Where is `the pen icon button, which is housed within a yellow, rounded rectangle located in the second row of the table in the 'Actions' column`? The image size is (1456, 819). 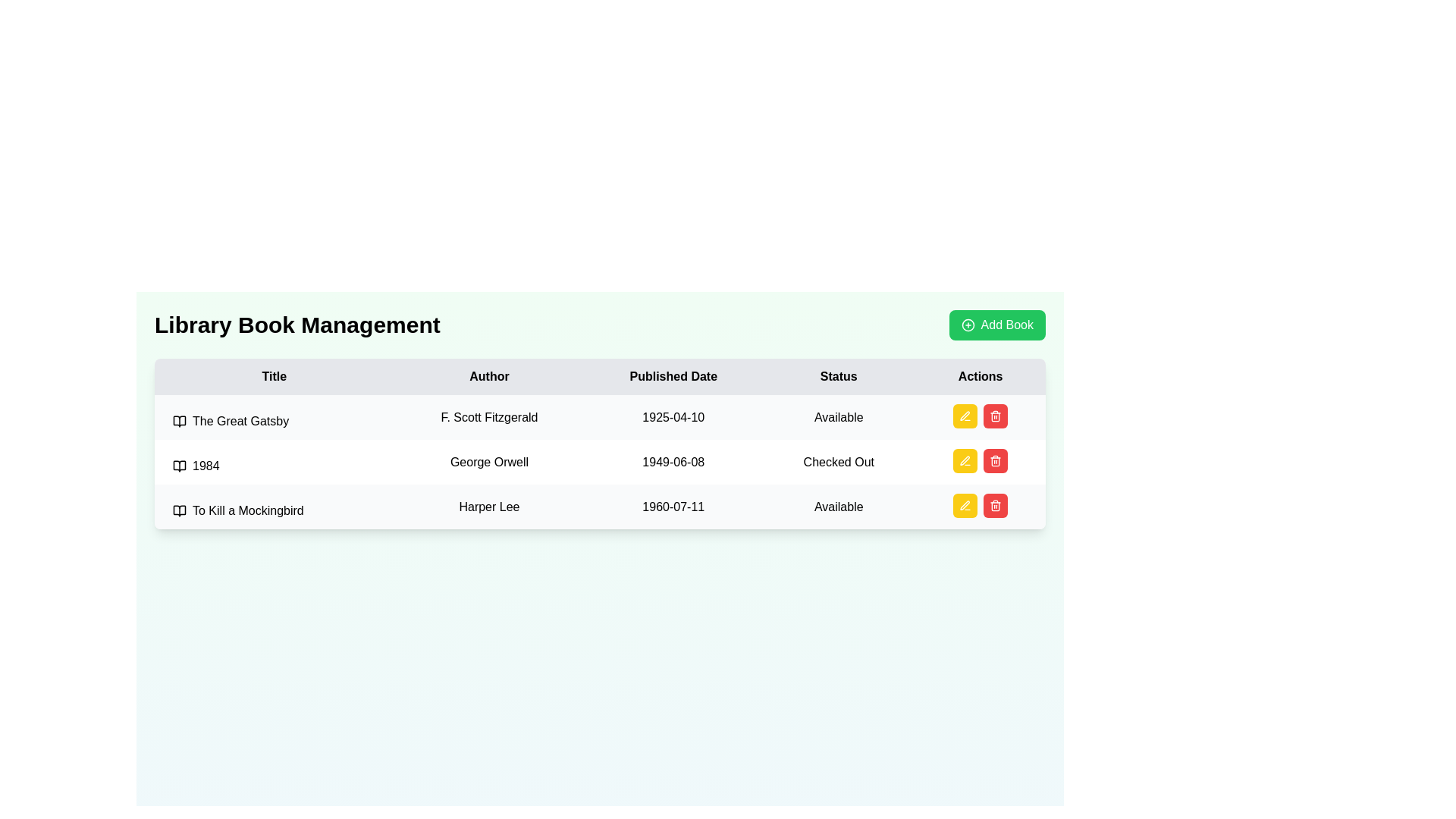 the pen icon button, which is housed within a yellow, rounded rectangle located in the second row of the table in the 'Actions' column is located at coordinates (965, 460).